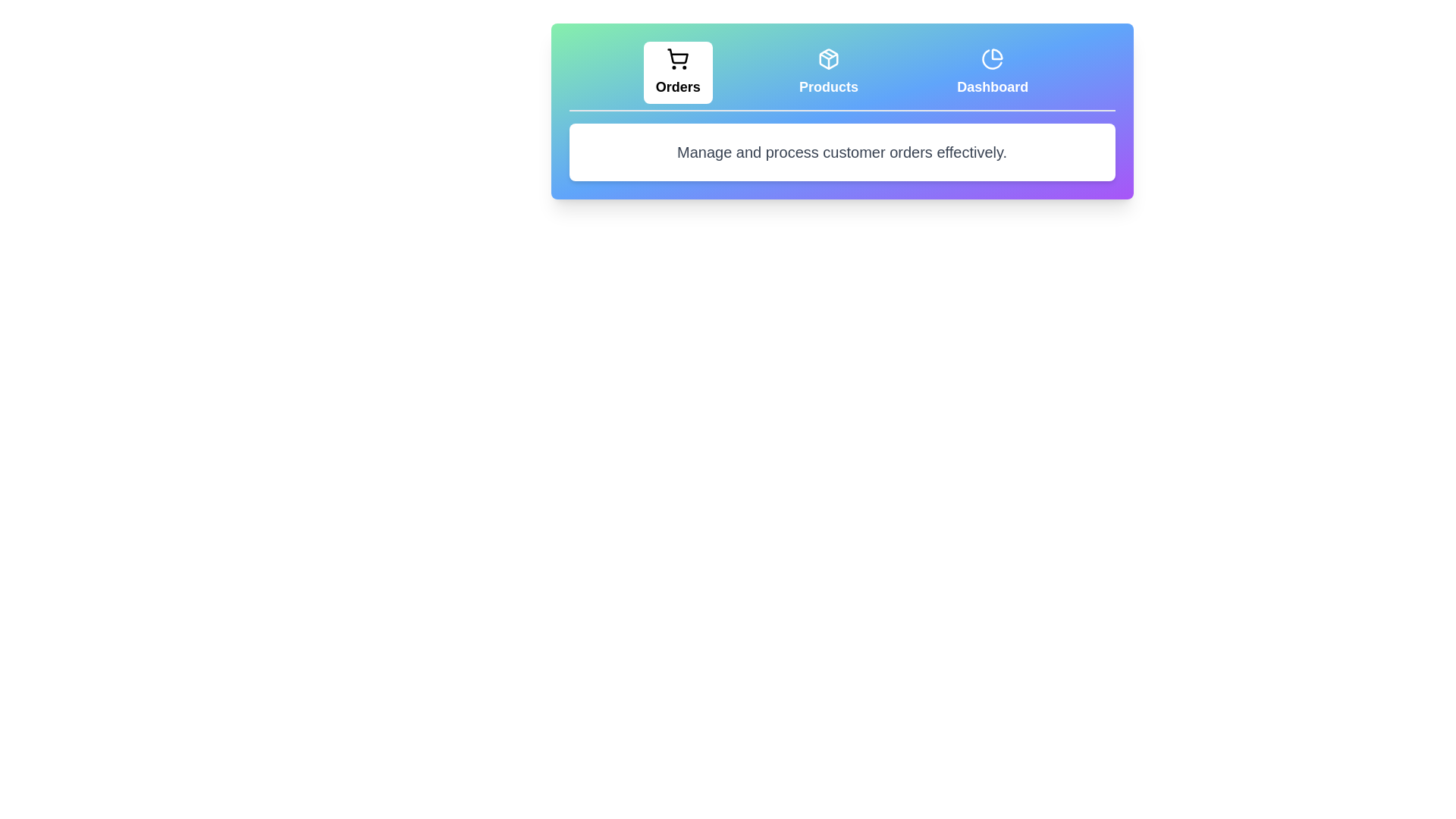 Image resolution: width=1456 pixels, height=819 pixels. I want to click on the tab labeled Products to display its associated text, so click(828, 73).